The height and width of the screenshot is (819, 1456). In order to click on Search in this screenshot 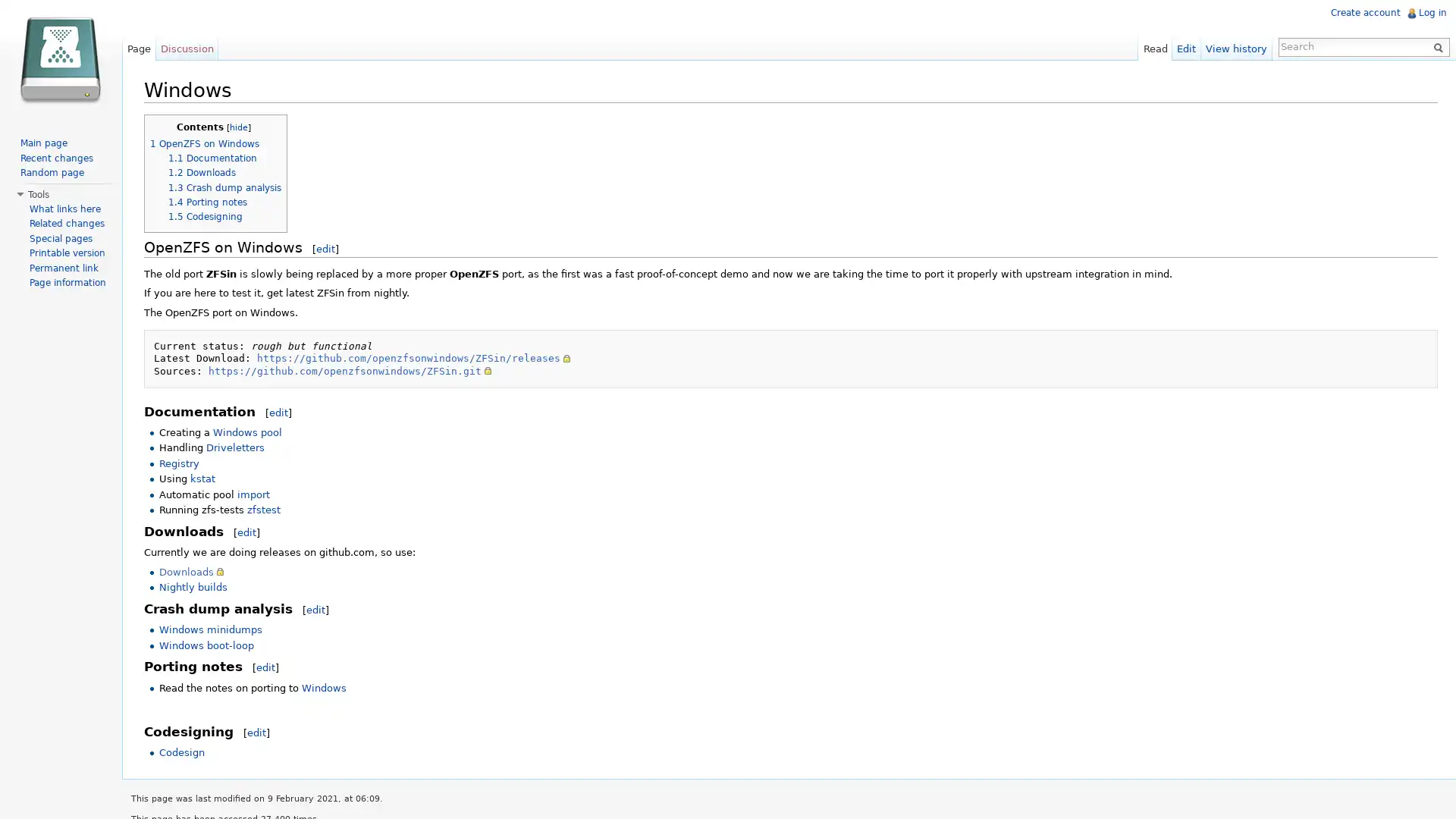, I will do `click(1433, 45)`.